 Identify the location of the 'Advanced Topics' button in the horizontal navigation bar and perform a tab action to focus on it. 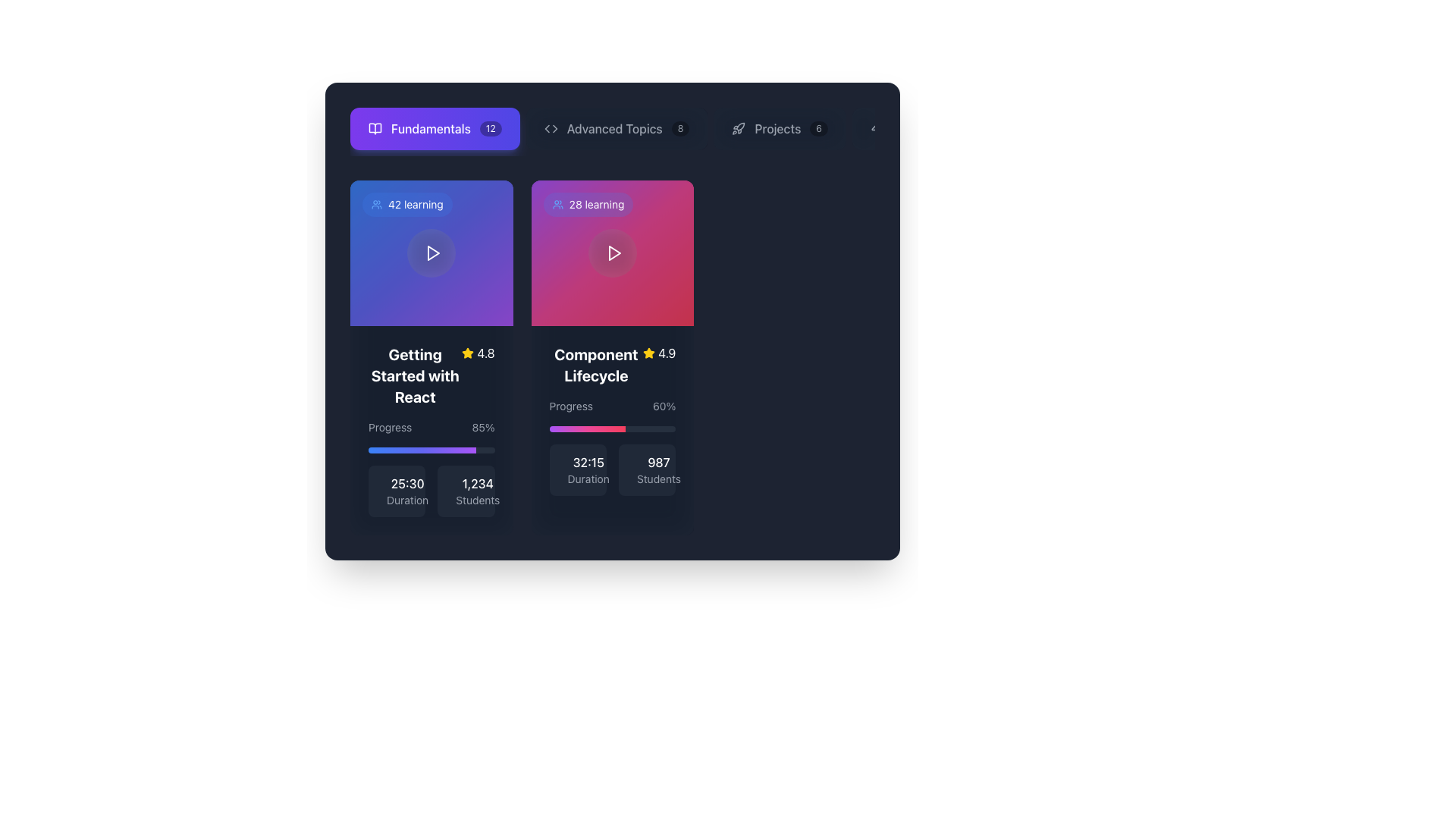
(612, 130).